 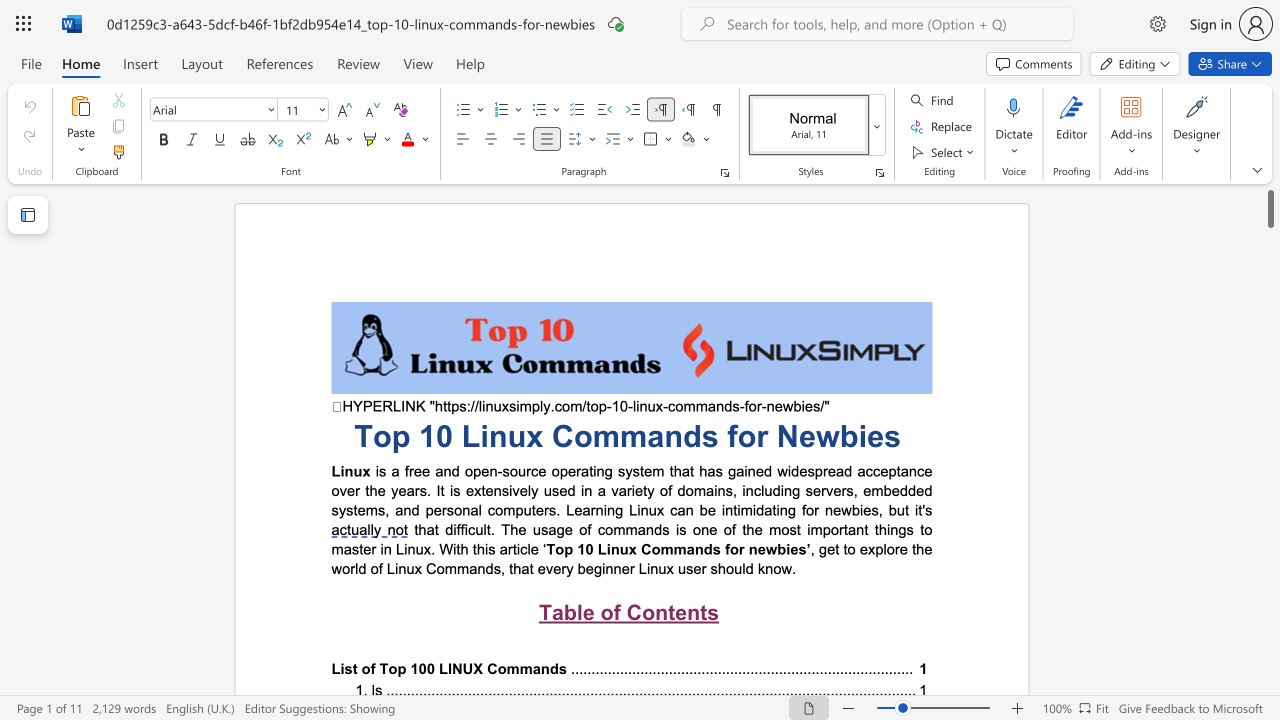 I want to click on the 1th character "o" in the text, so click(x=606, y=611).